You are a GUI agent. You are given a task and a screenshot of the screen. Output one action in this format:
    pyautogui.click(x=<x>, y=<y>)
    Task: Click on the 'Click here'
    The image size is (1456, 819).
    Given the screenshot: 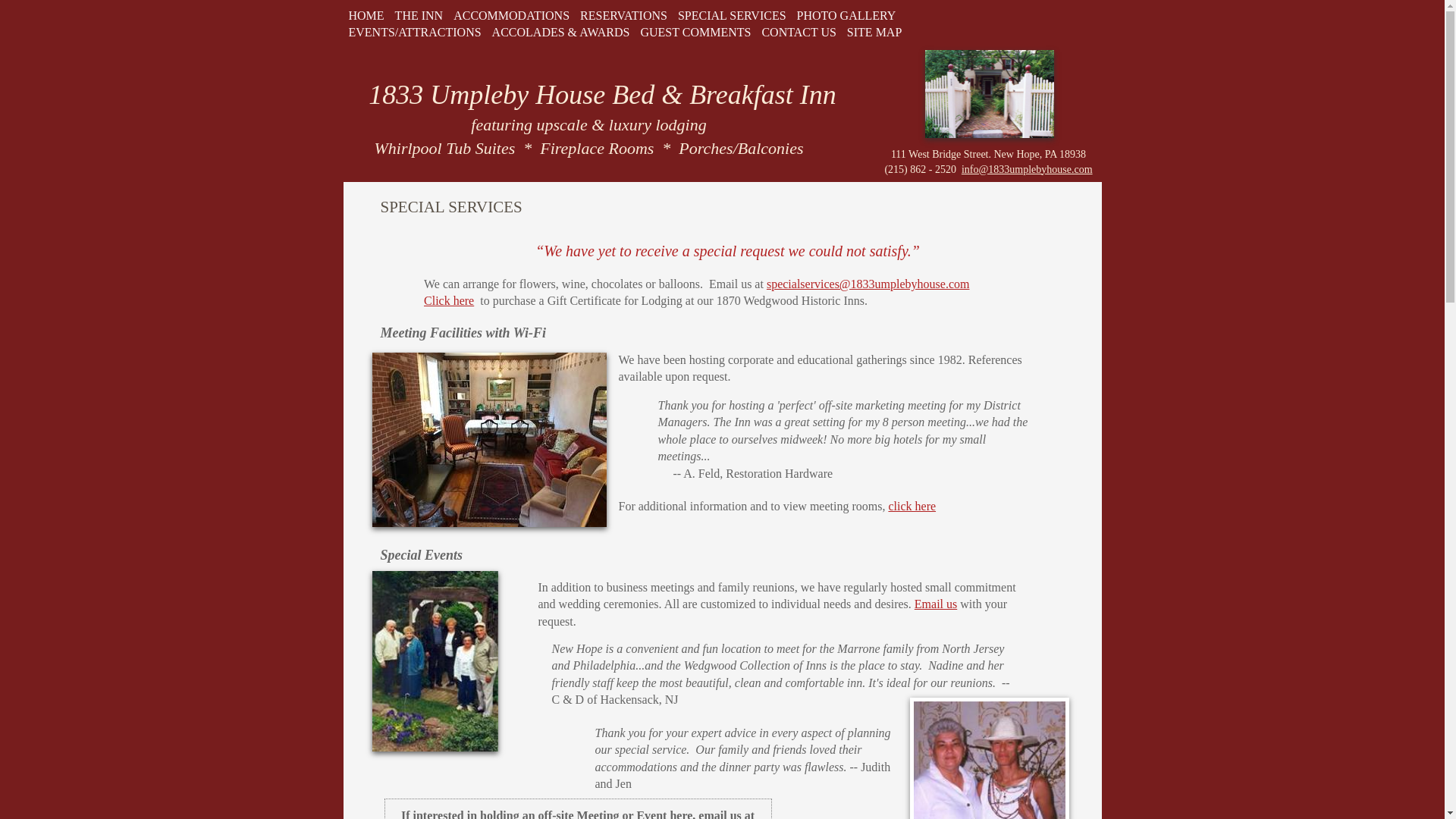 What is the action you would take?
    pyautogui.click(x=447, y=300)
    